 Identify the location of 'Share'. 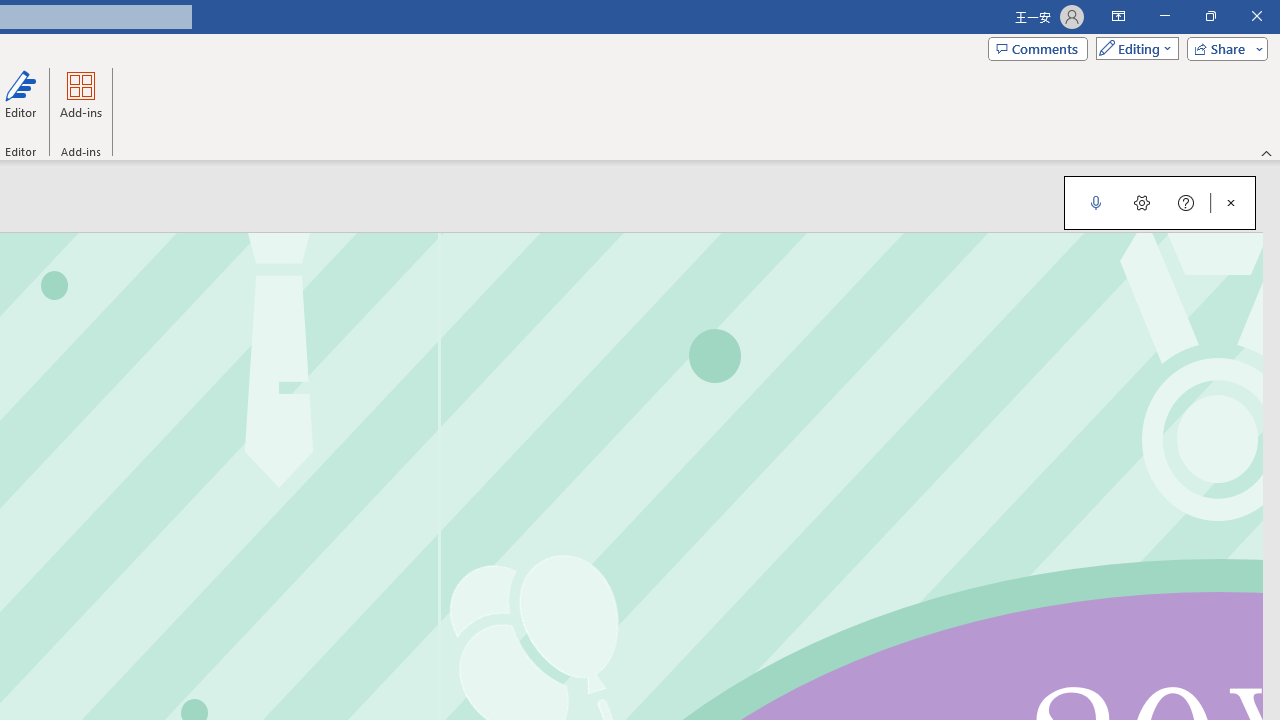
(1222, 47).